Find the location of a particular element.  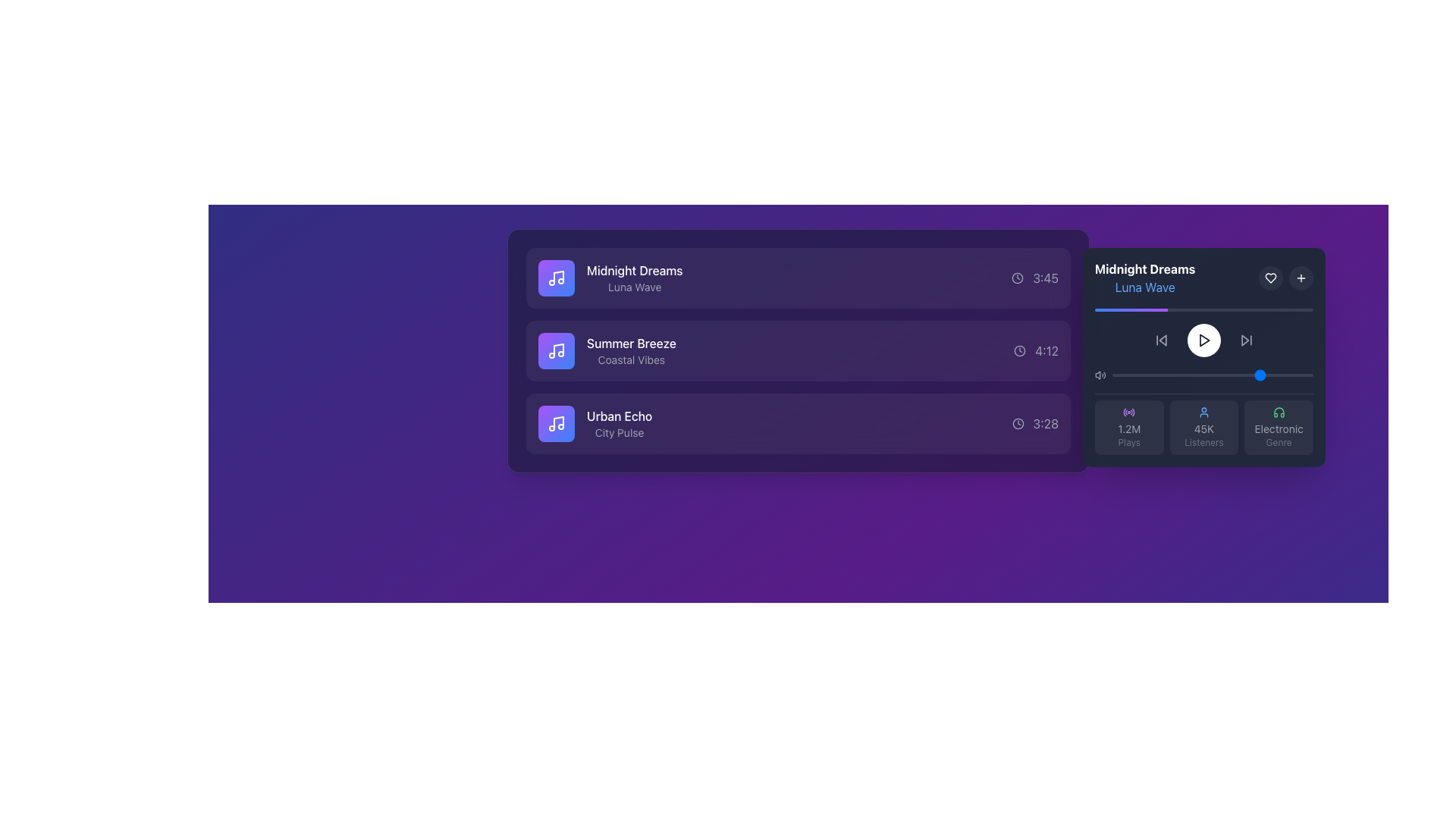

the 'Urban Echo' track icon is located at coordinates (556, 424).